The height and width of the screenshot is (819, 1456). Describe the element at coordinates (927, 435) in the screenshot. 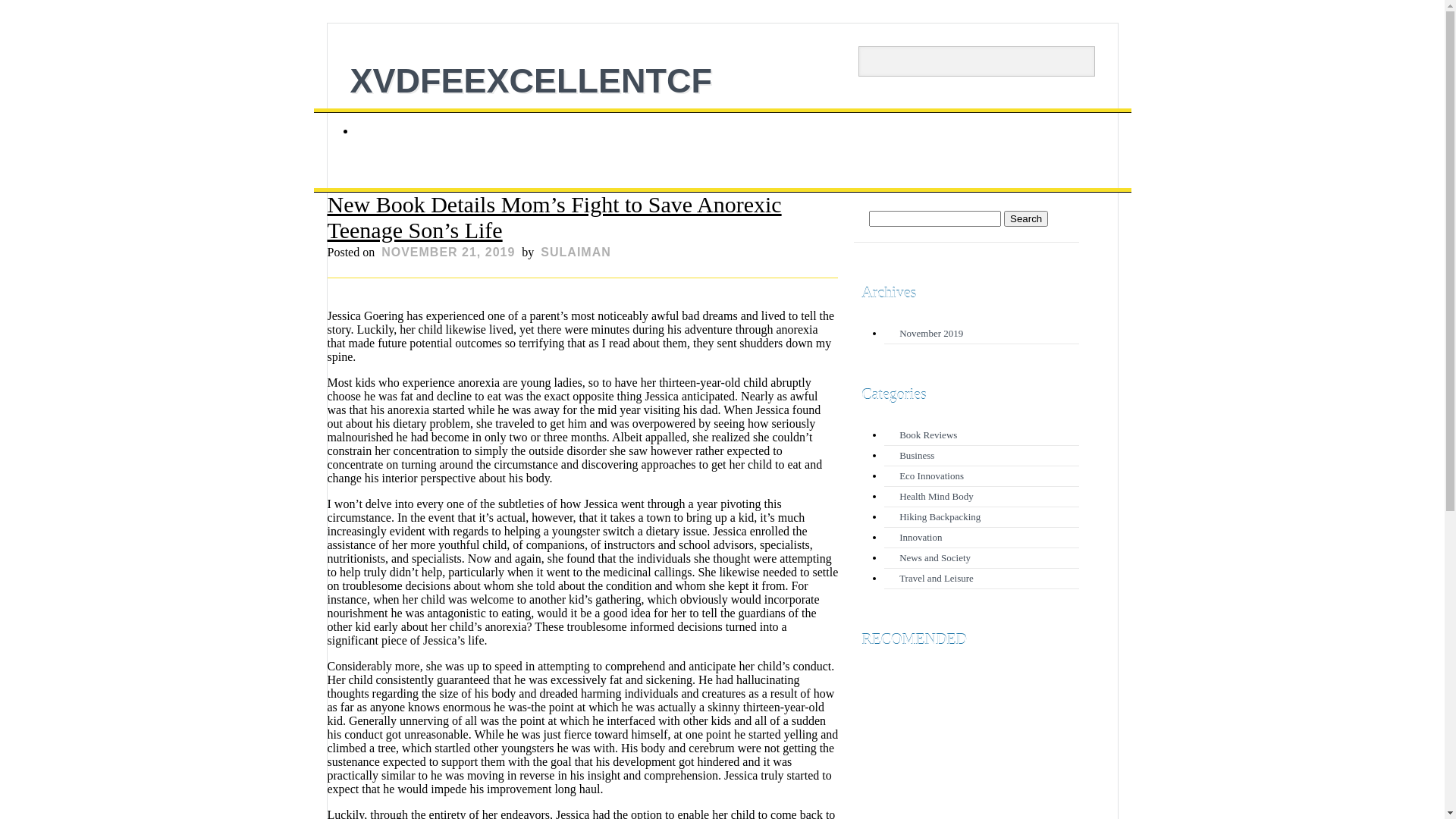

I see `'Book Reviews'` at that location.